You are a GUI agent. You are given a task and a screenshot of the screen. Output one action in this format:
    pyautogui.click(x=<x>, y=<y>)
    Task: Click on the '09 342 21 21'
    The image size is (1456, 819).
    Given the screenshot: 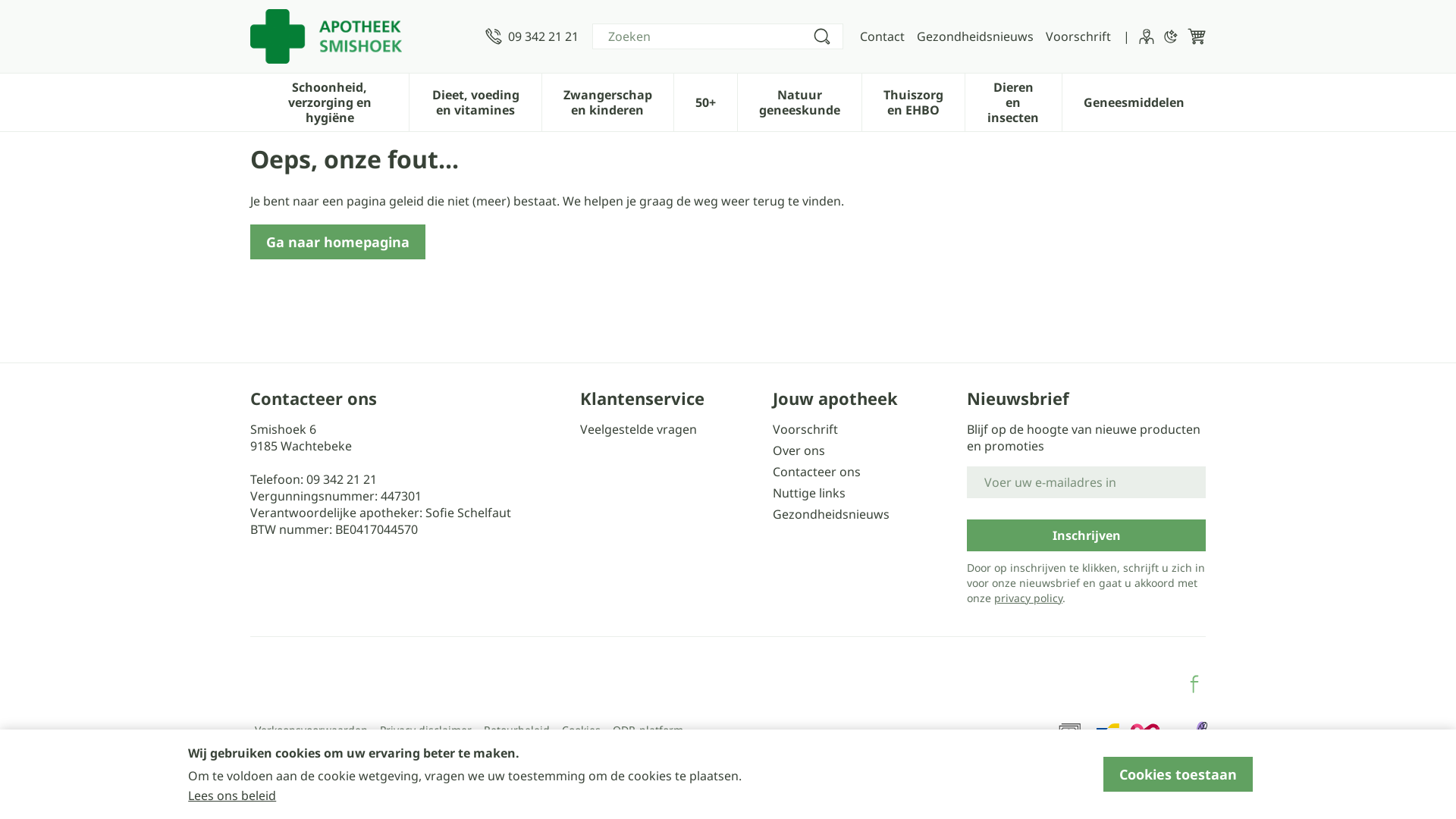 What is the action you would take?
    pyautogui.click(x=532, y=35)
    